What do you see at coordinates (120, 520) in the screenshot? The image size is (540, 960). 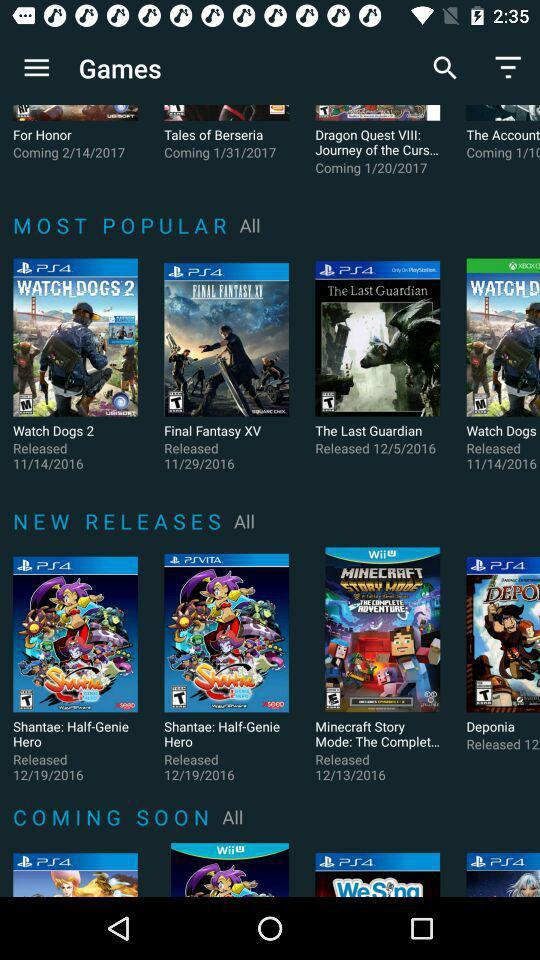 I see `the icon below the released 11 14 item` at bounding box center [120, 520].